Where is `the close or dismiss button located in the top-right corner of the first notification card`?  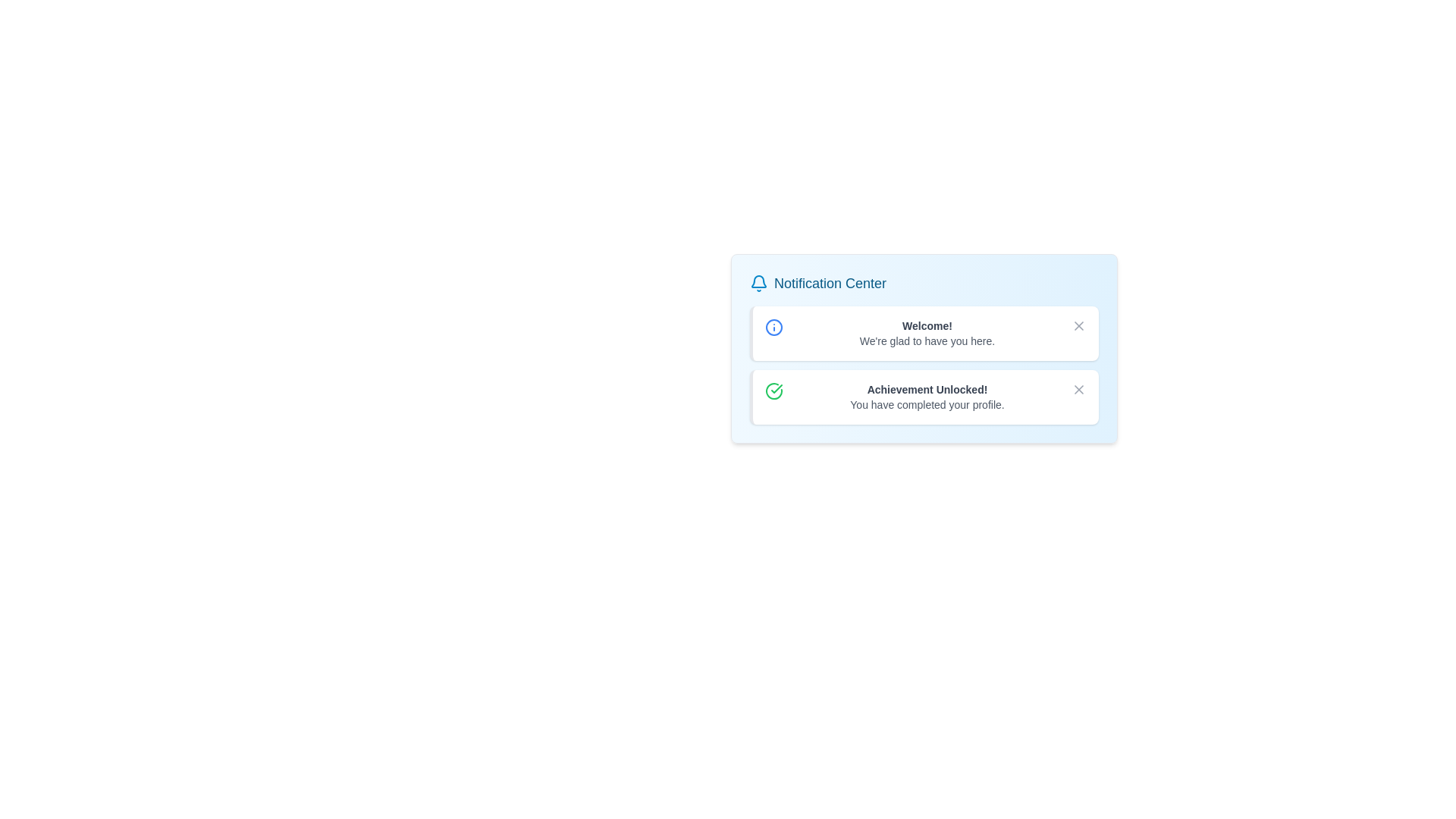 the close or dismiss button located in the top-right corner of the first notification card is located at coordinates (1078, 325).